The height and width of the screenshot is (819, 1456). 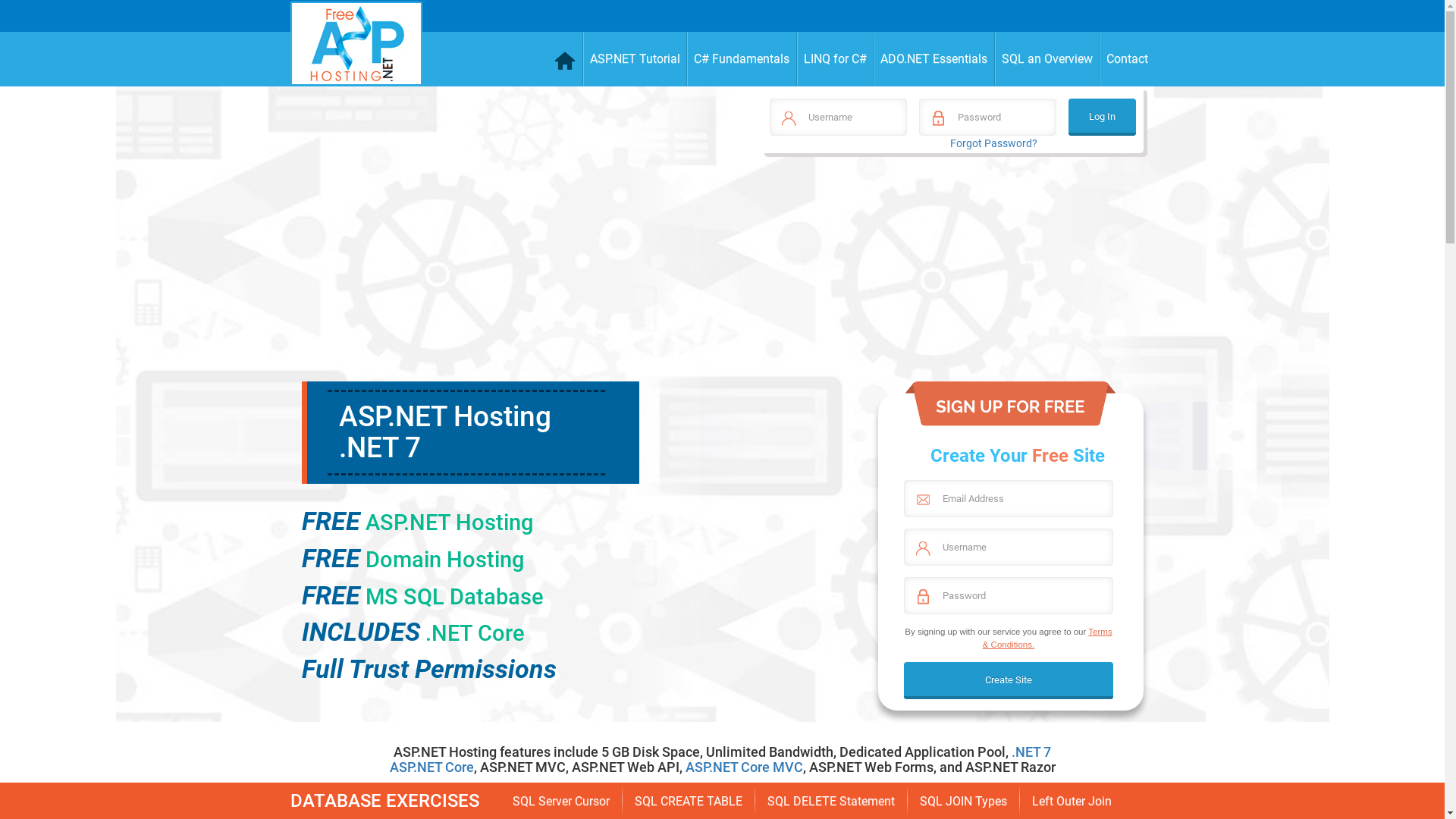 I want to click on 'C# Fundamentals', so click(x=686, y=58).